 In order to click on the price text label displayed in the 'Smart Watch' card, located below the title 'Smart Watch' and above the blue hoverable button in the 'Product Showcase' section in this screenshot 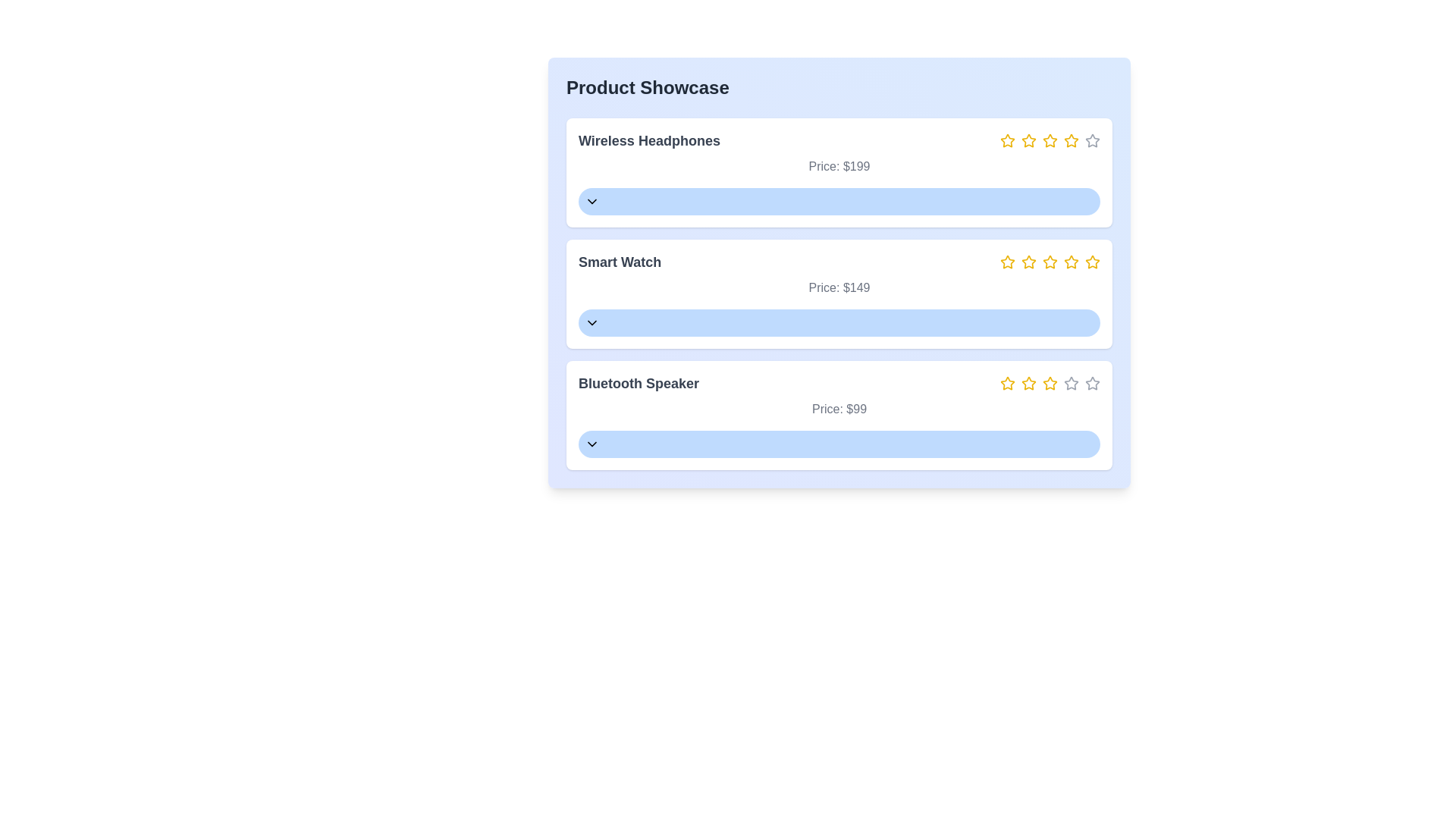, I will do `click(839, 288)`.